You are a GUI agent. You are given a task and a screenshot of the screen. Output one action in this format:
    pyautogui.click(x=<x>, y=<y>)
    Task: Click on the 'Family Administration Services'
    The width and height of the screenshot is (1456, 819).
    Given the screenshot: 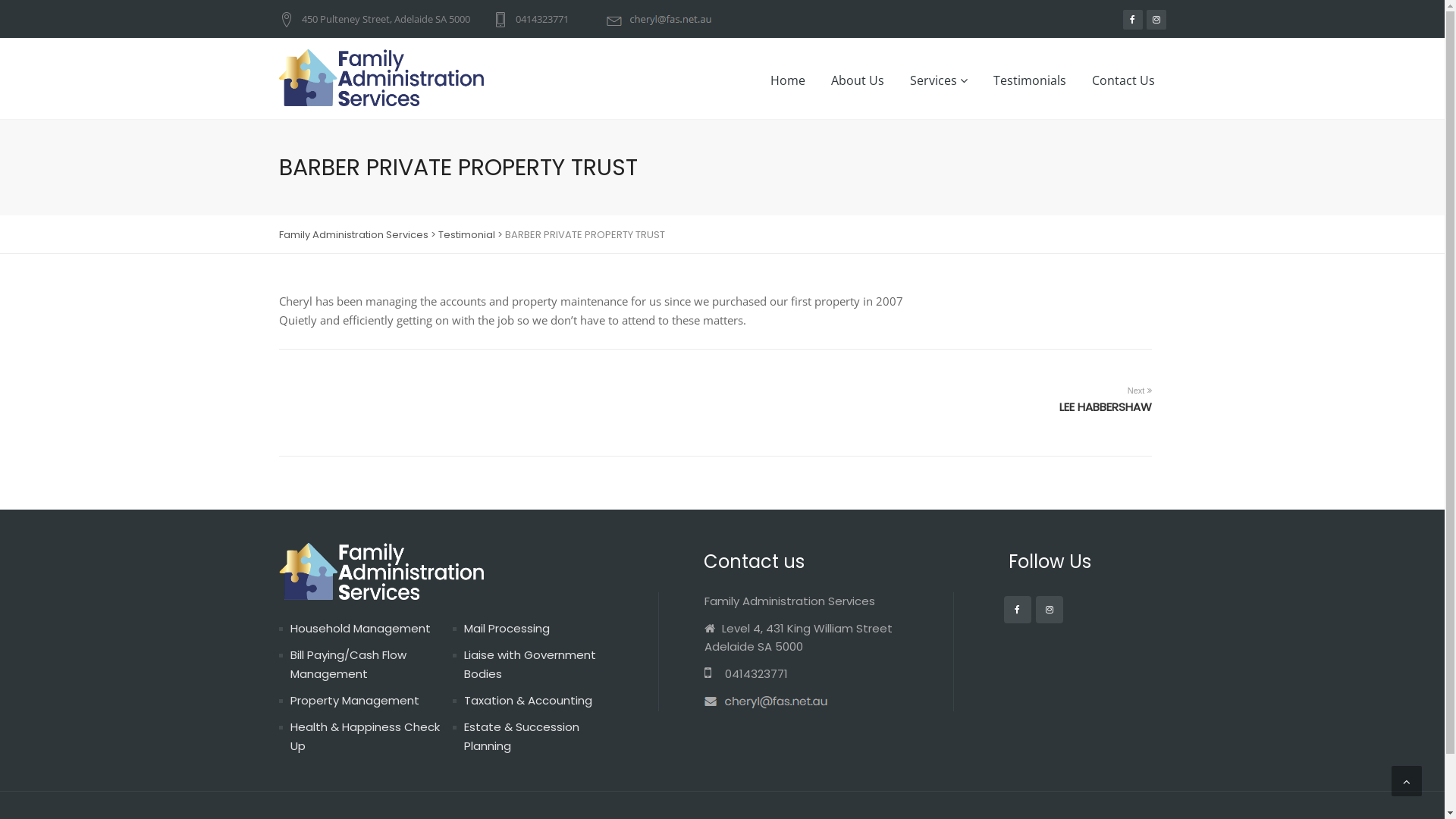 What is the action you would take?
    pyautogui.click(x=353, y=234)
    